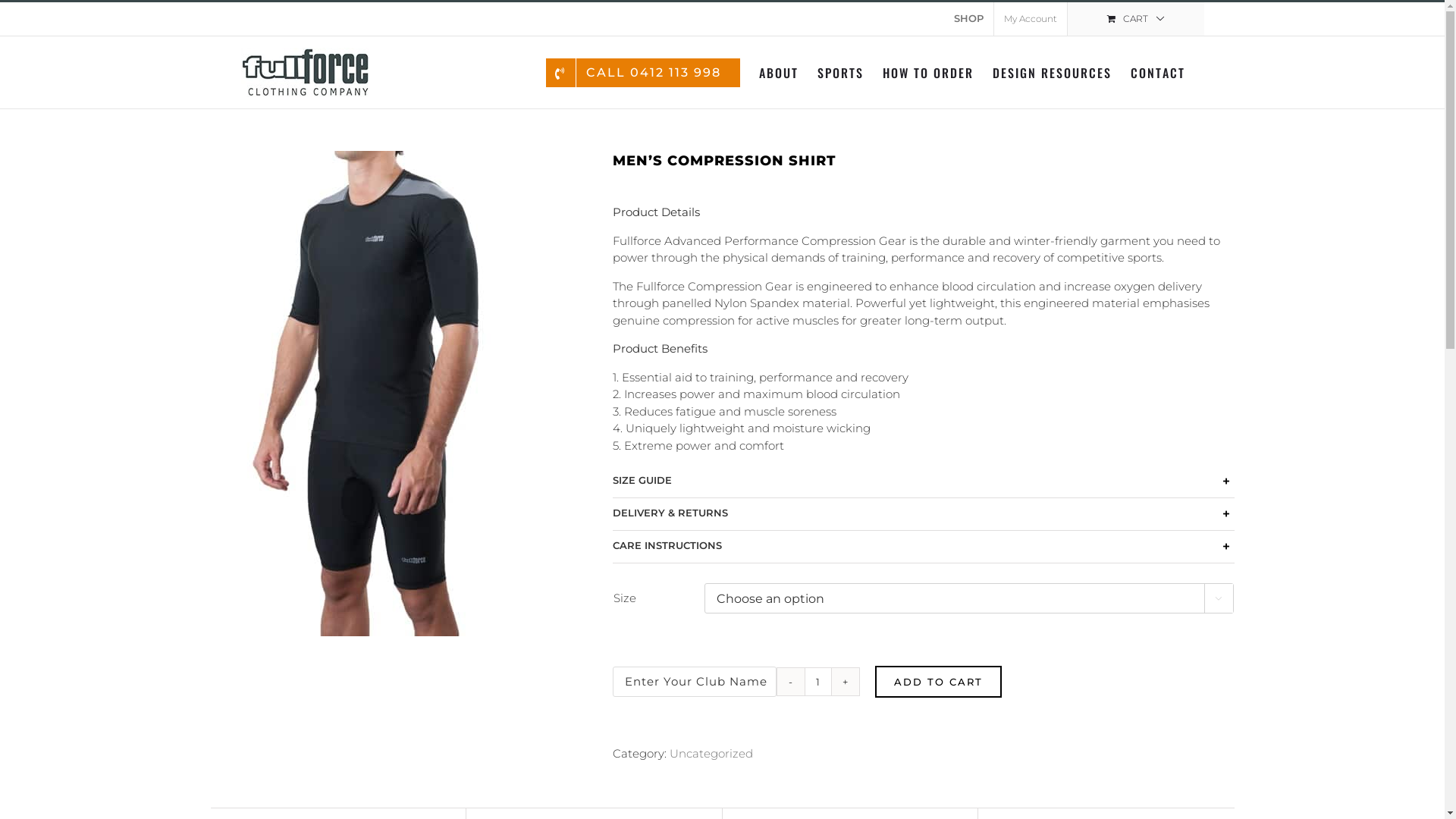 Image resolution: width=1456 pixels, height=819 pixels. What do you see at coordinates (1050, 72) in the screenshot?
I see `'DESIGN RESOURCES'` at bounding box center [1050, 72].